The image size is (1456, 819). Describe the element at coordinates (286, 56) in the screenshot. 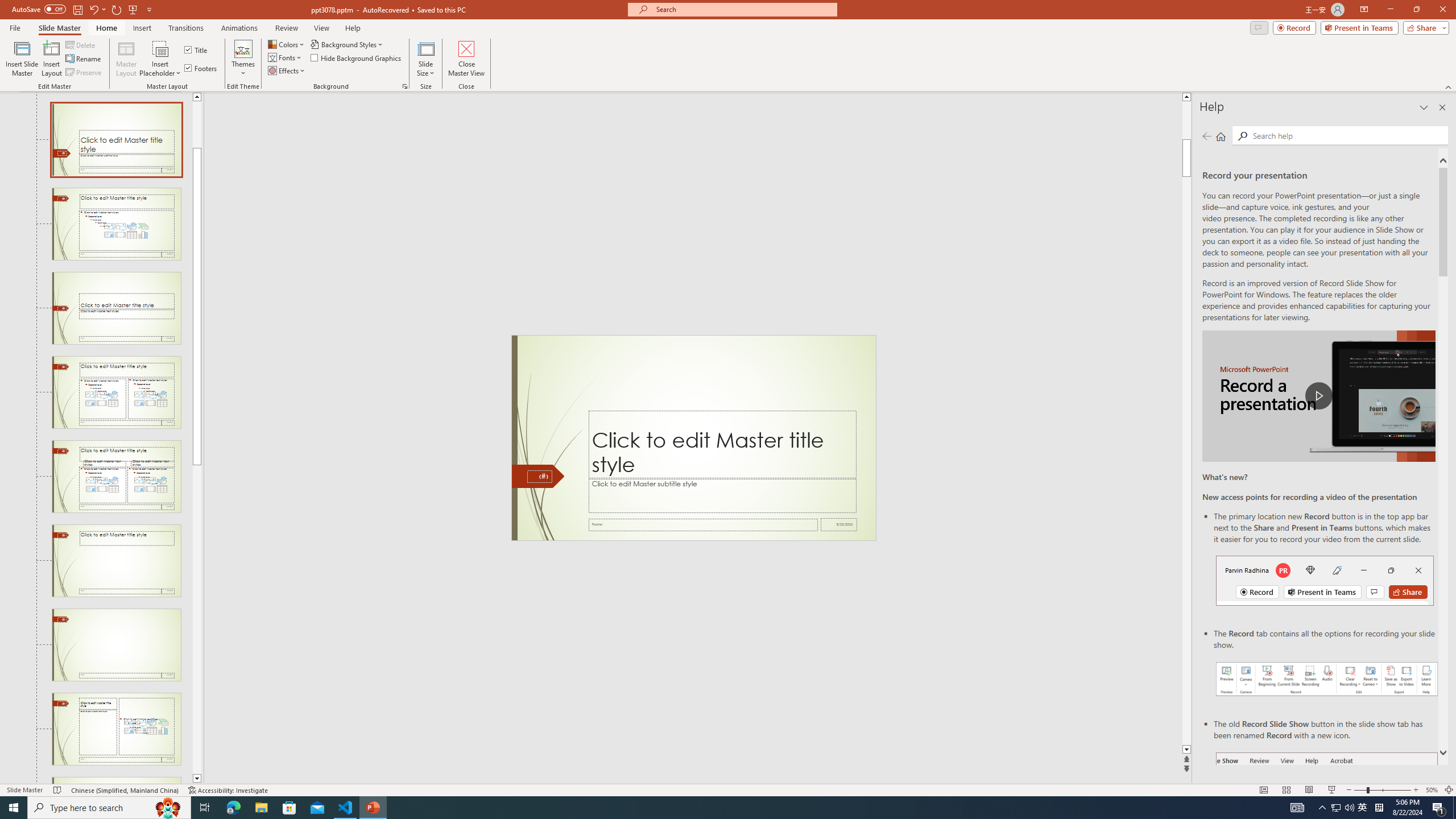

I see `'Fonts'` at that location.